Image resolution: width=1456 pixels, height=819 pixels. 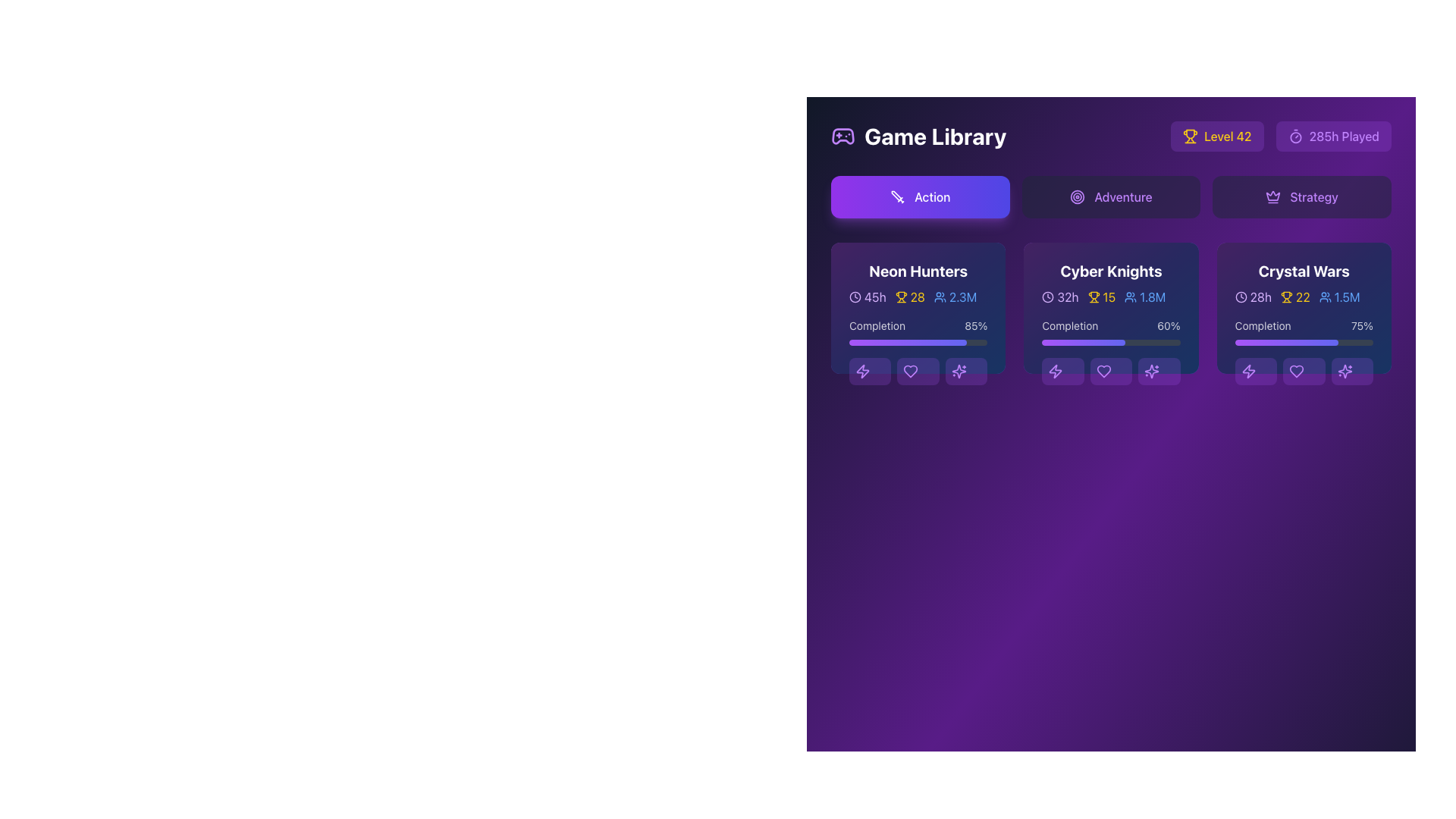 What do you see at coordinates (1303, 271) in the screenshot?
I see `the text label displaying the title 'Crystal Wars' in bold typography, which is located at the top center of the game's card in the 'Game Library' section` at bounding box center [1303, 271].